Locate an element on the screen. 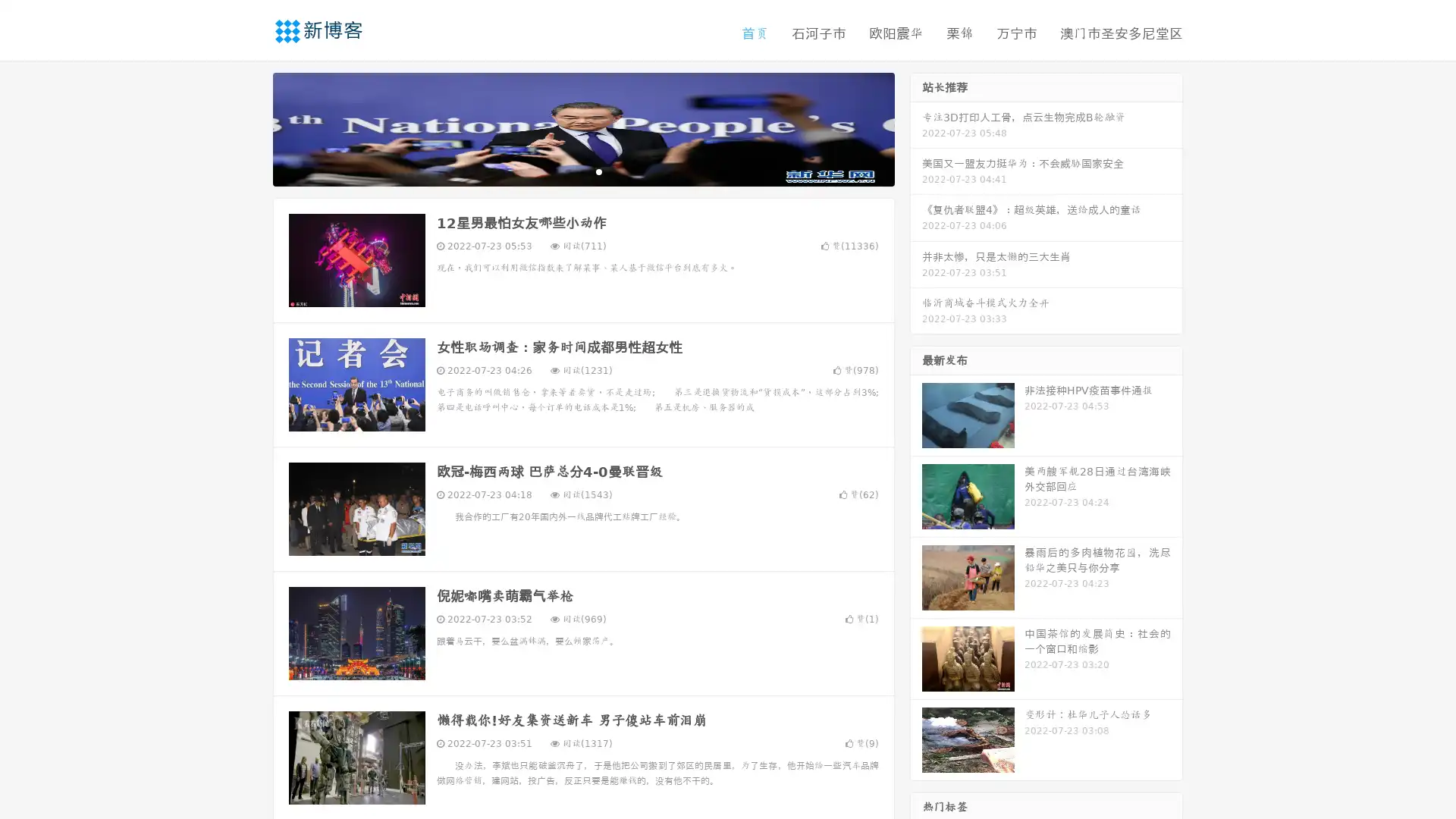 The height and width of the screenshot is (819, 1456). Go to slide 2 is located at coordinates (582, 171).